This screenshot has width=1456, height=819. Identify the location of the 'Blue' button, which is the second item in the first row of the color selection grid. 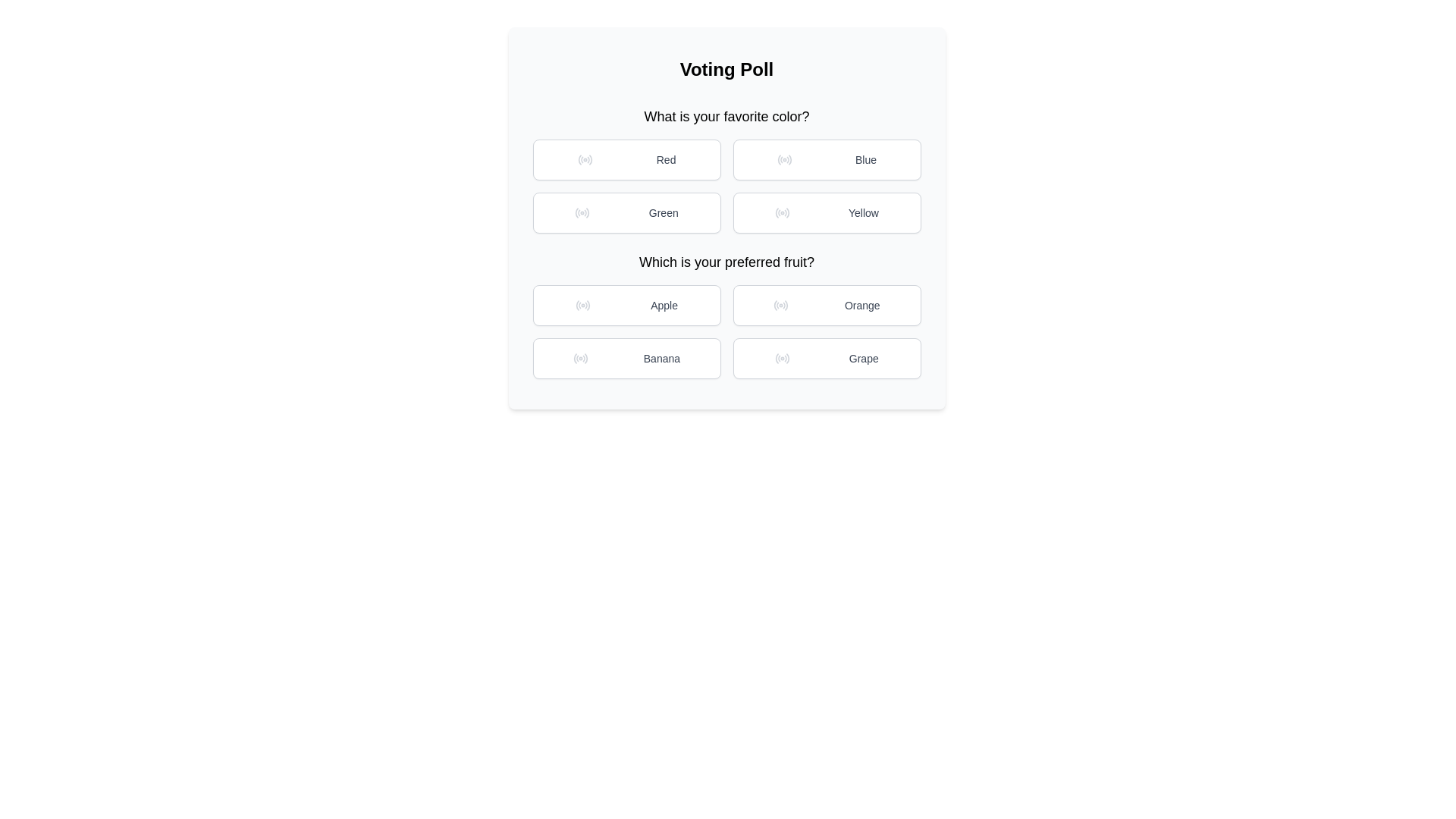
(826, 160).